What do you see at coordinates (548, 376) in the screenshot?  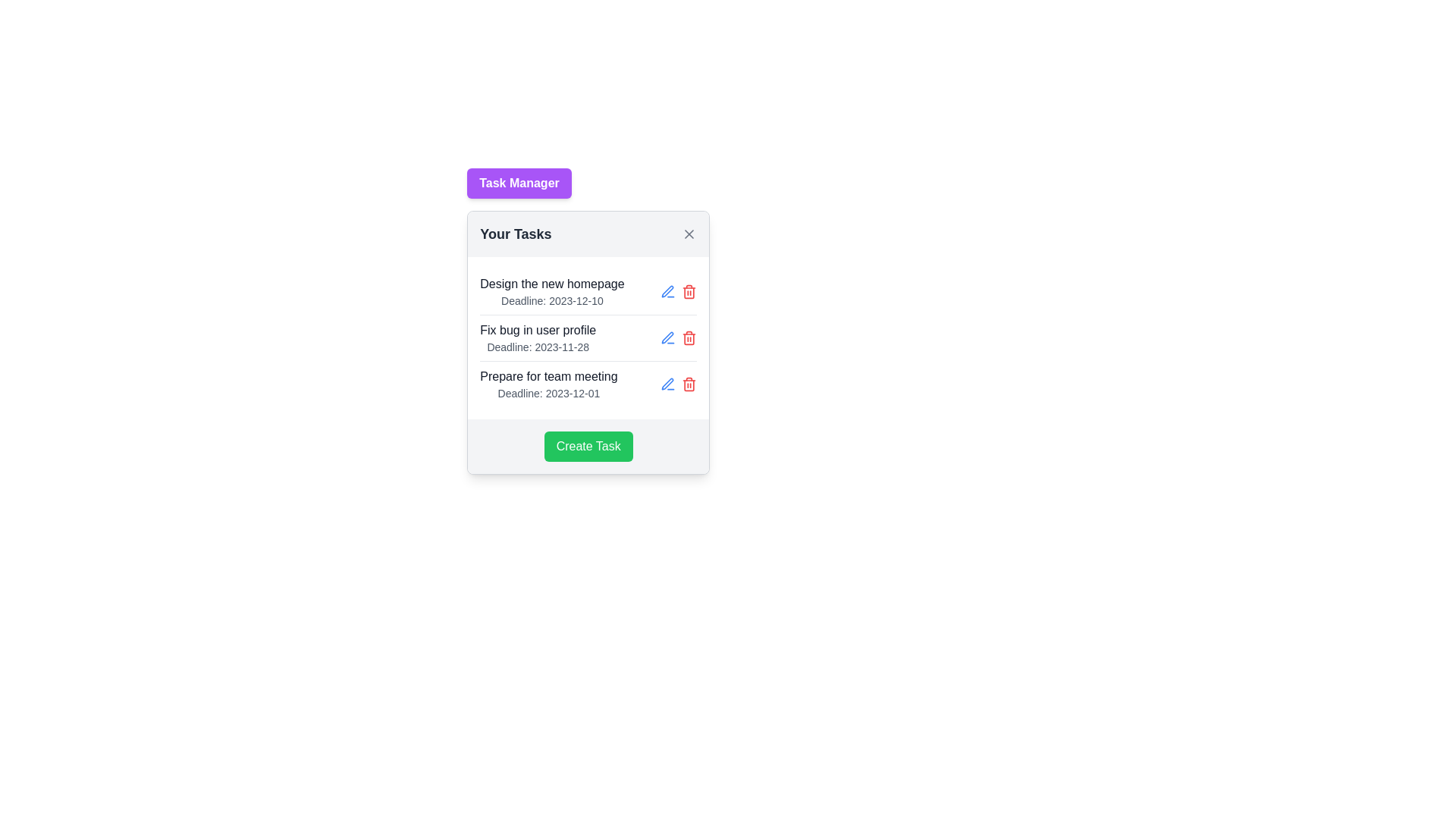 I see `the task title text label` at bounding box center [548, 376].